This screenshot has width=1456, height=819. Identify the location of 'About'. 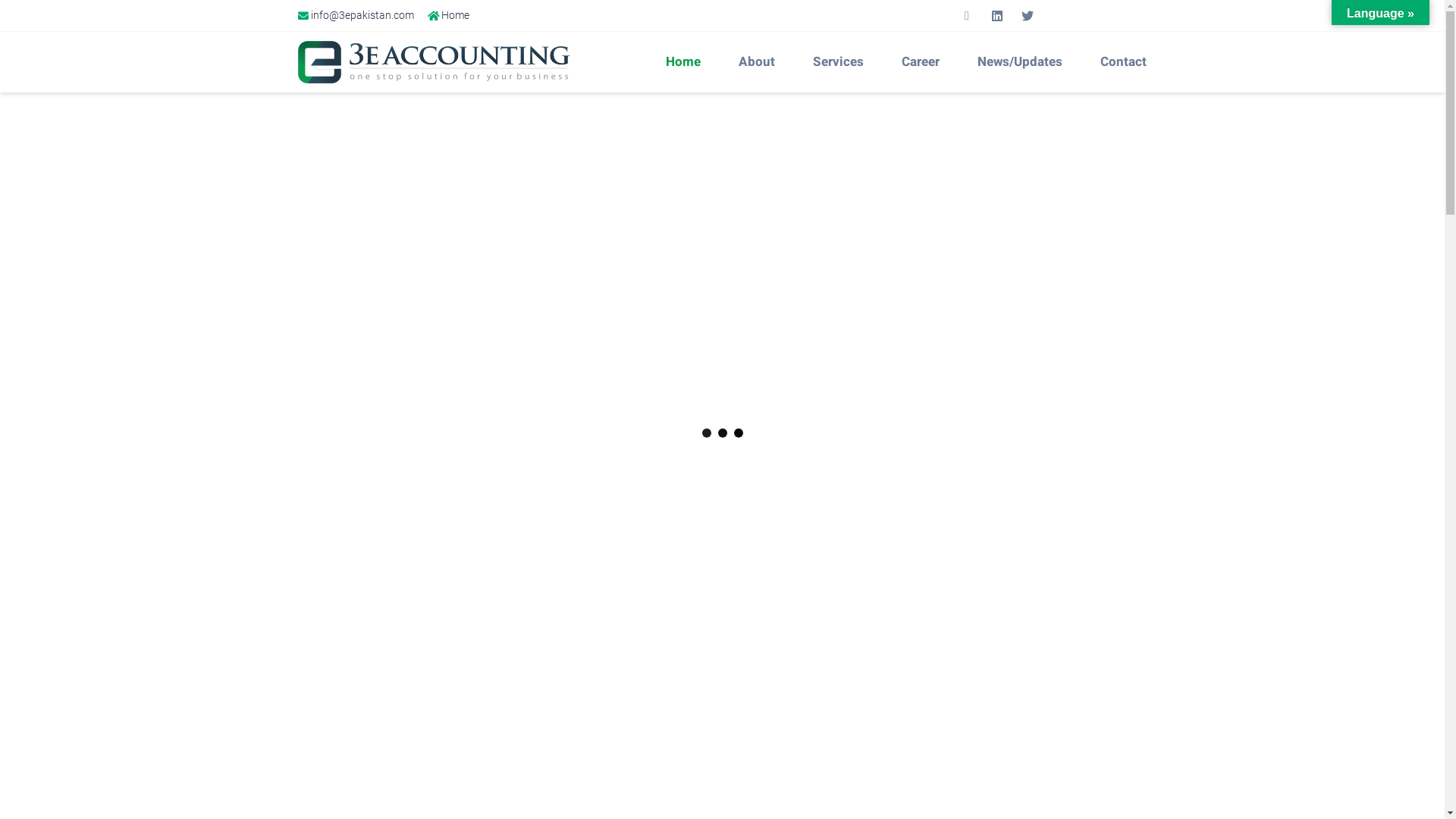
(761, 61).